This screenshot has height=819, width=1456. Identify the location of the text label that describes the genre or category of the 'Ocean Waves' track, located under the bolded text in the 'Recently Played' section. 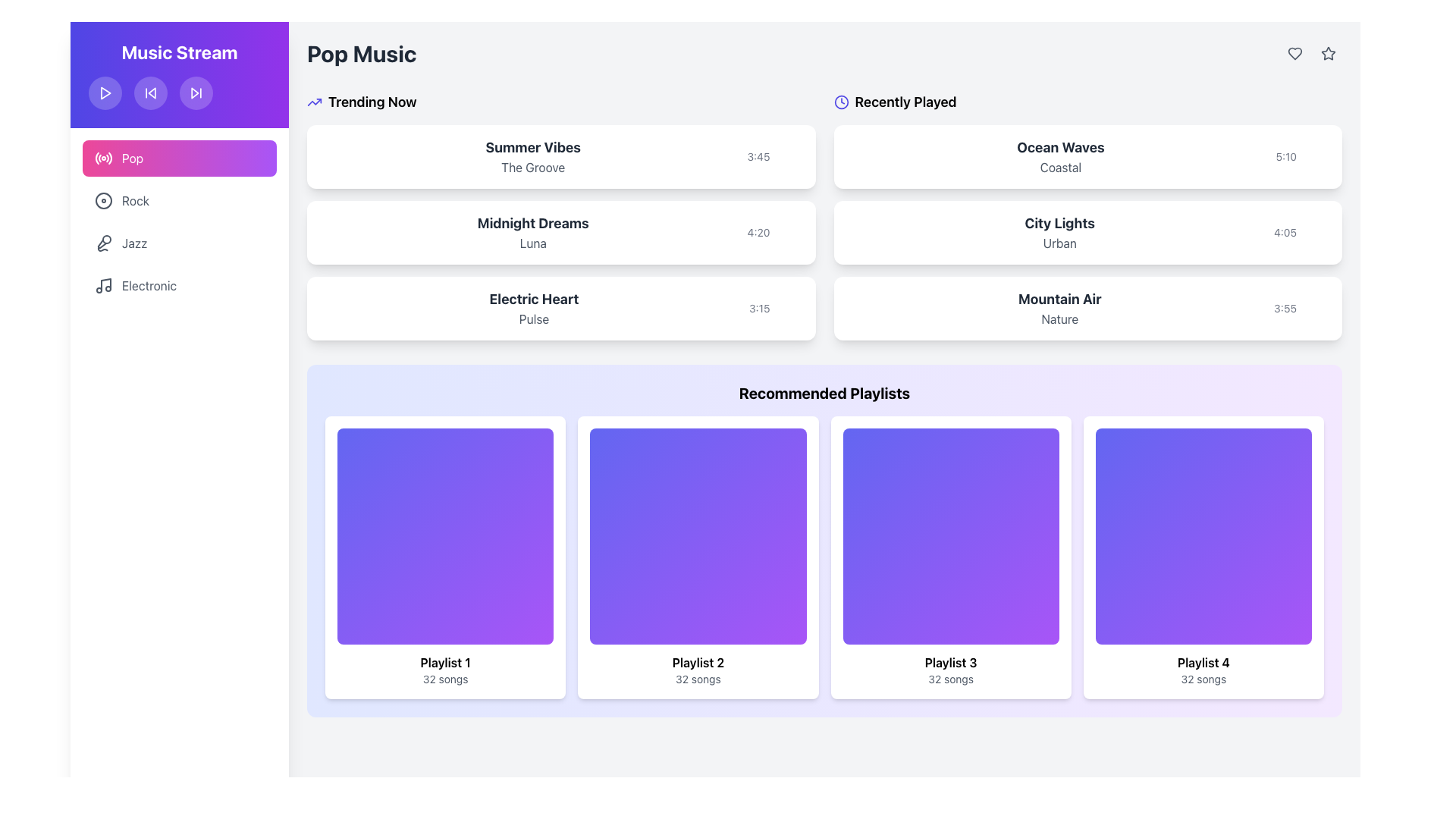
(1059, 167).